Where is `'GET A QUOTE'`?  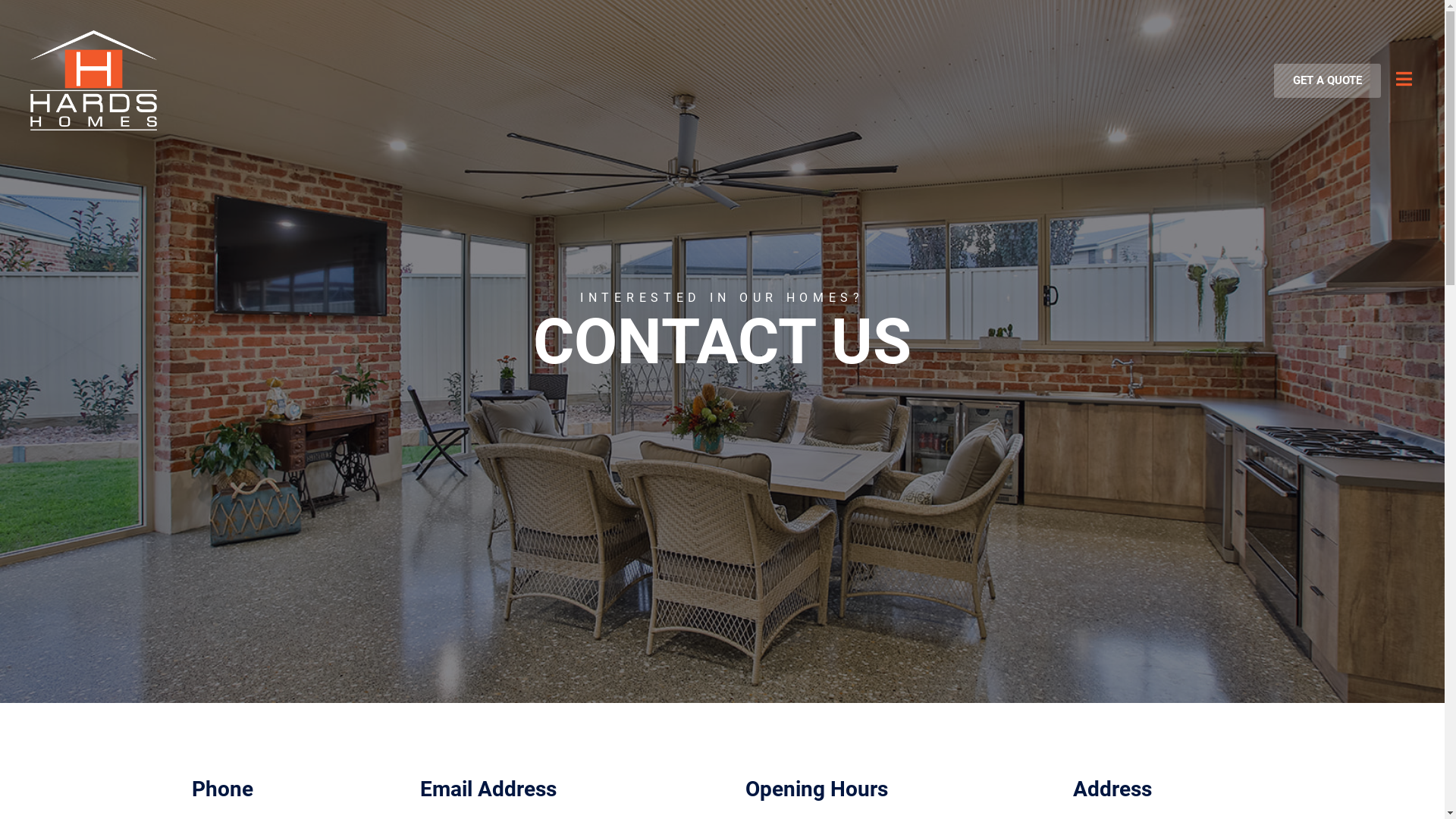 'GET A QUOTE' is located at coordinates (1326, 80).